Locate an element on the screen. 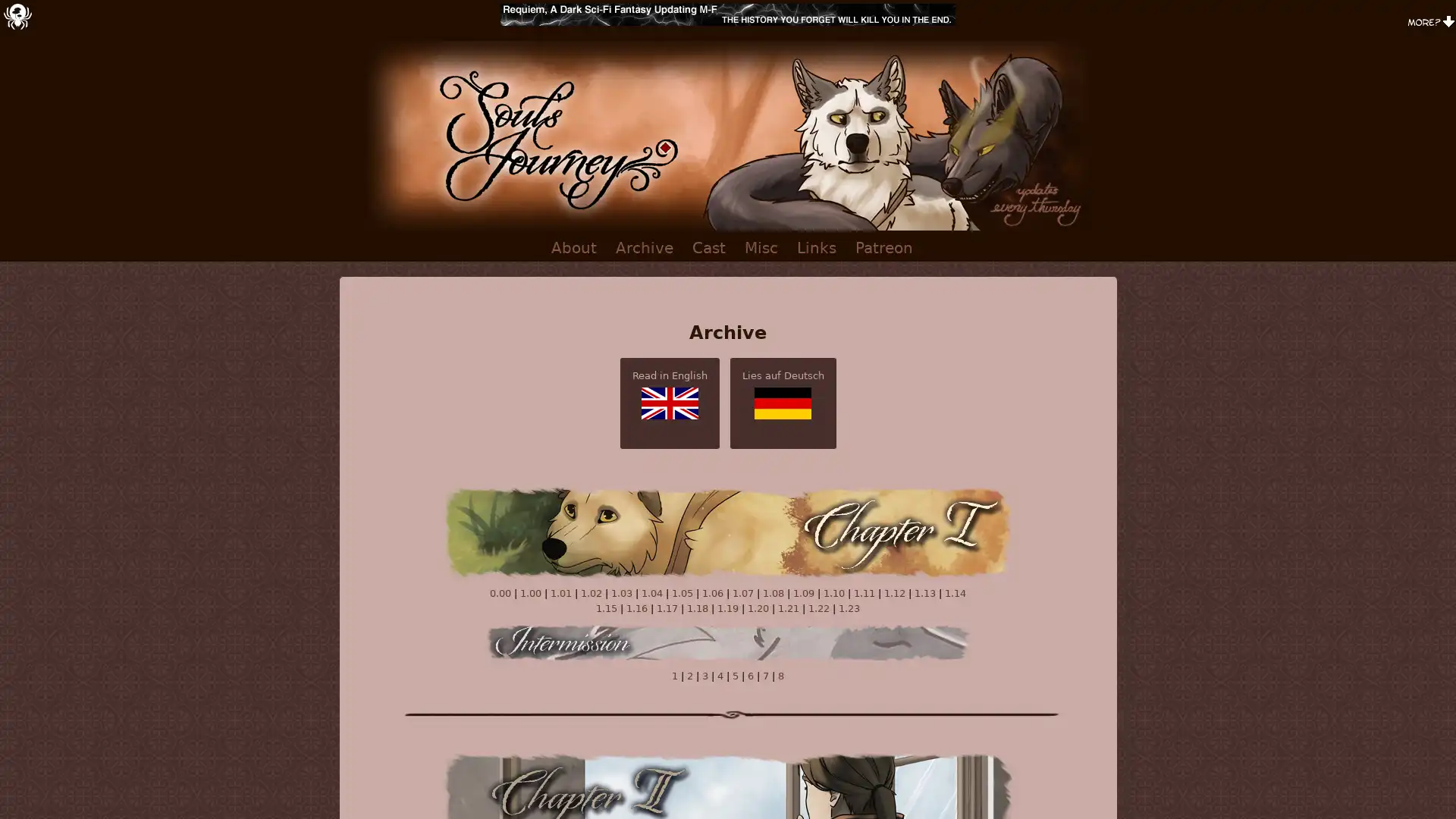  Lies auf Deutsch is located at coordinates (783, 402).